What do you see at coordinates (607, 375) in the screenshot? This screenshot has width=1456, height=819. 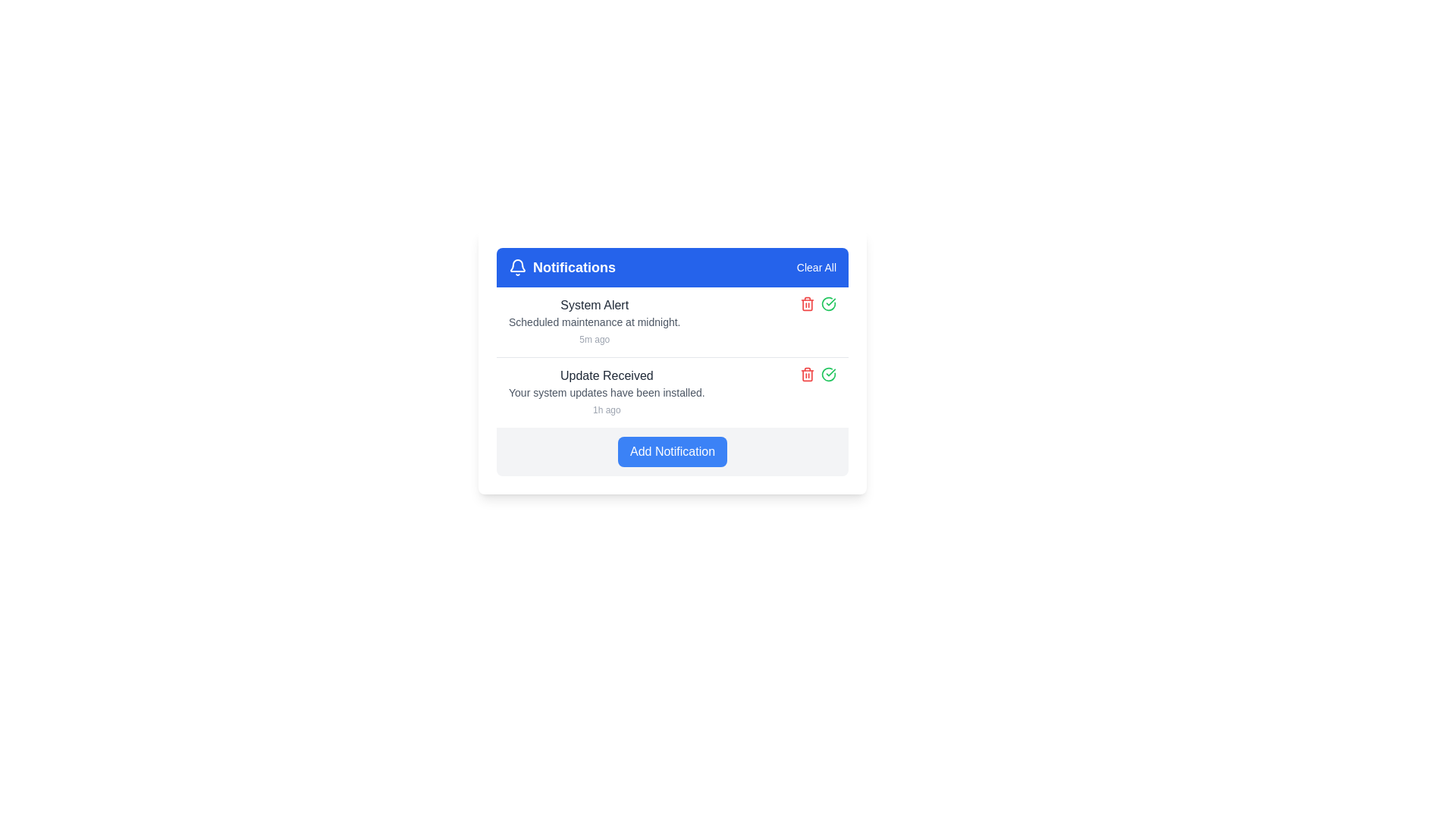 I see `the Text label that serves as the title for a notification message, located within the notification card, positioned second from the top in a vertical list of notifications` at bounding box center [607, 375].